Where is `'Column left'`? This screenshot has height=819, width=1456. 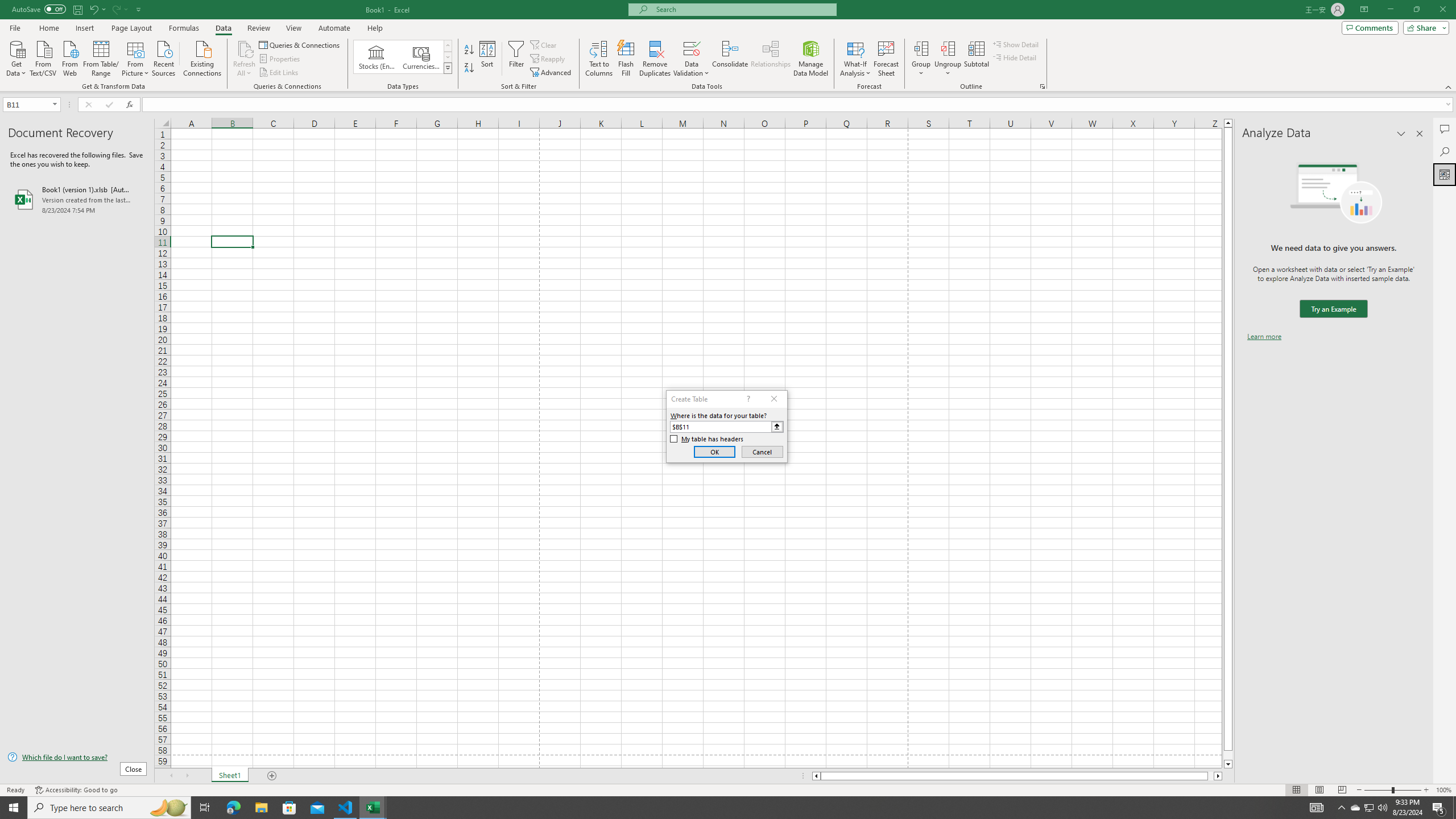
'Column left' is located at coordinates (816, 775).